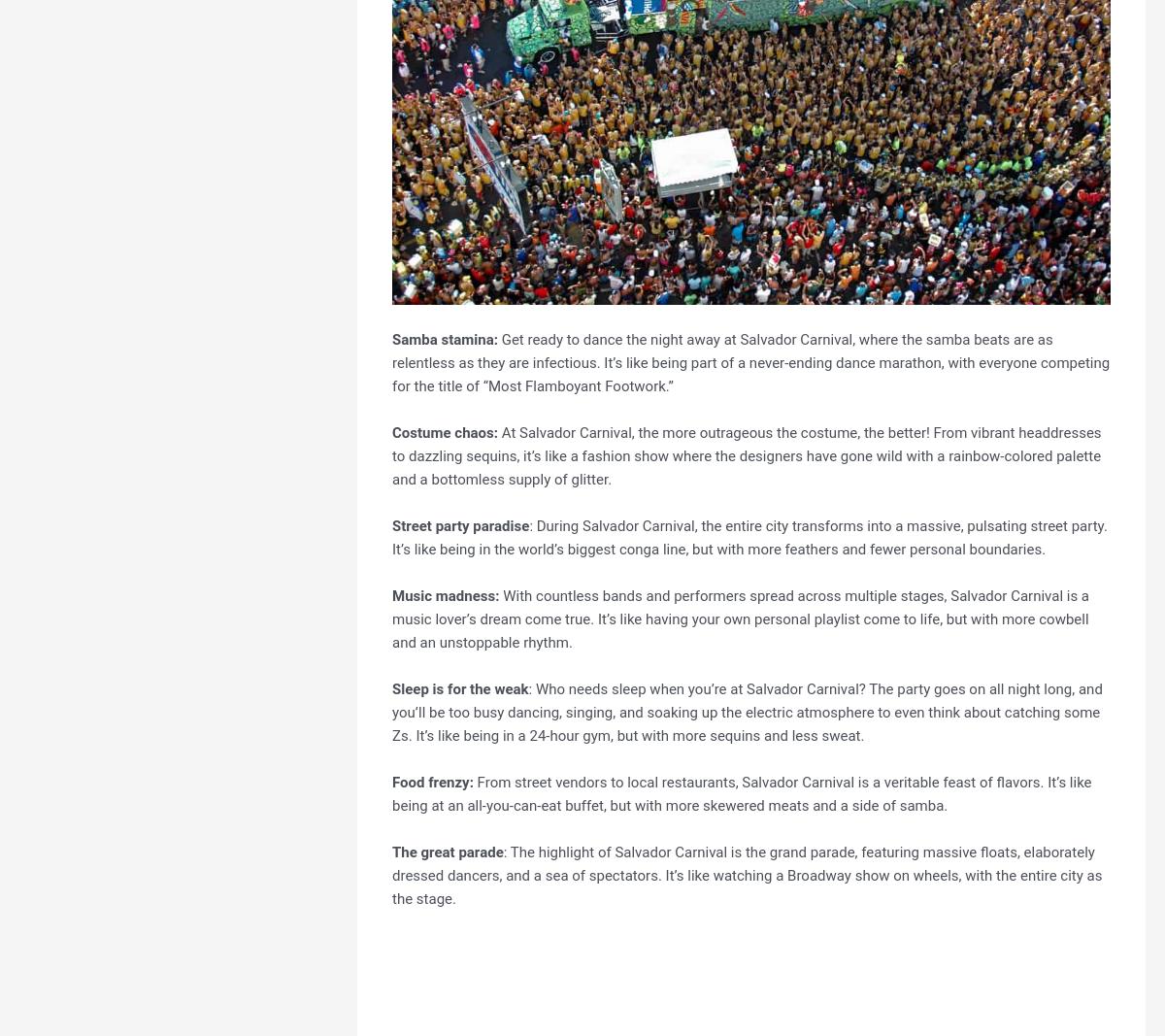 This screenshot has width=1165, height=1036. I want to click on 'The great parade', so click(392, 850).